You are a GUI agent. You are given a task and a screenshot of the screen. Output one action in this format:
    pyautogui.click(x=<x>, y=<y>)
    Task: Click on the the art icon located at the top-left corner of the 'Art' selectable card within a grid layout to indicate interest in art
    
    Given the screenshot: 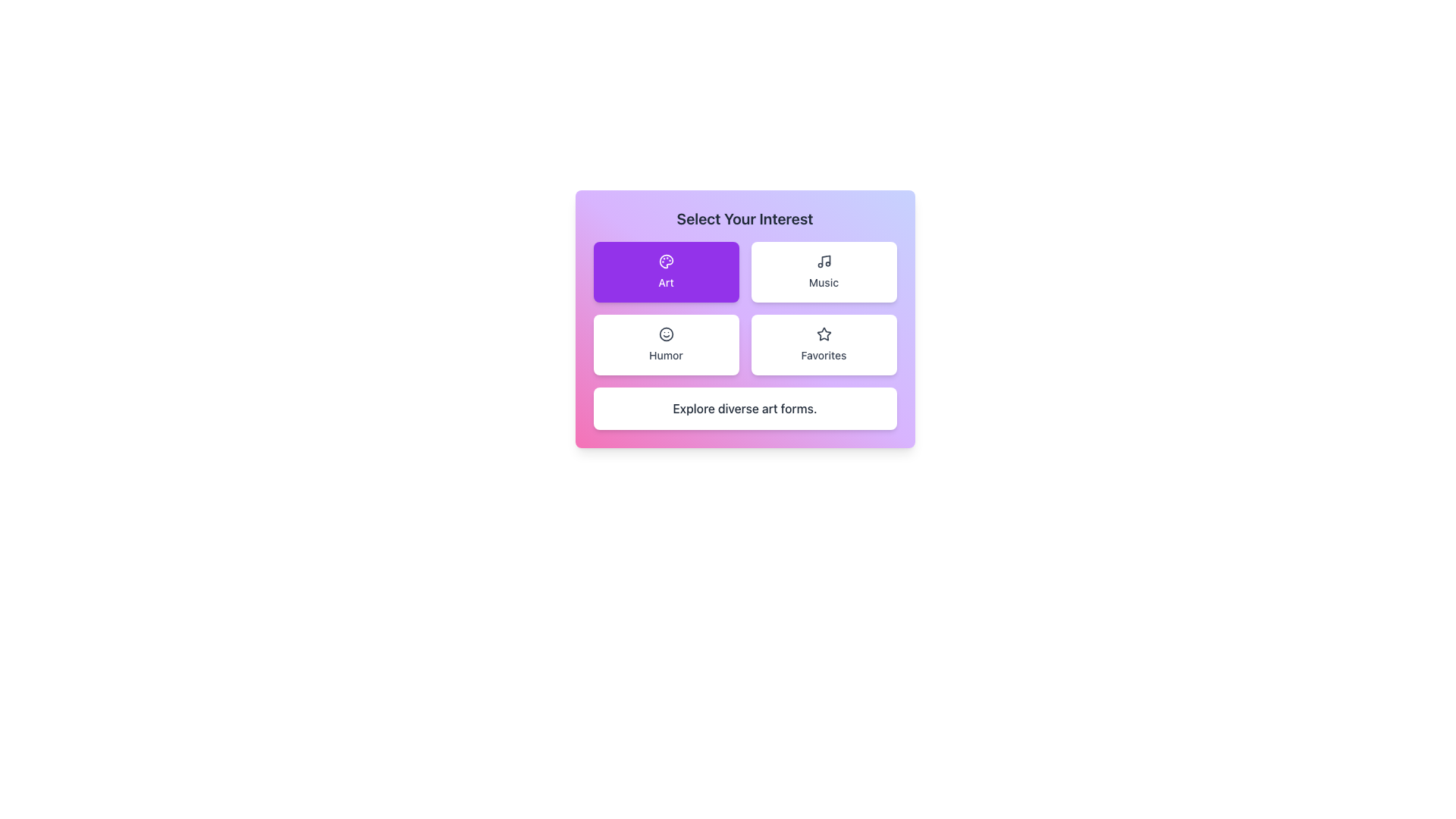 What is the action you would take?
    pyautogui.click(x=666, y=260)
    